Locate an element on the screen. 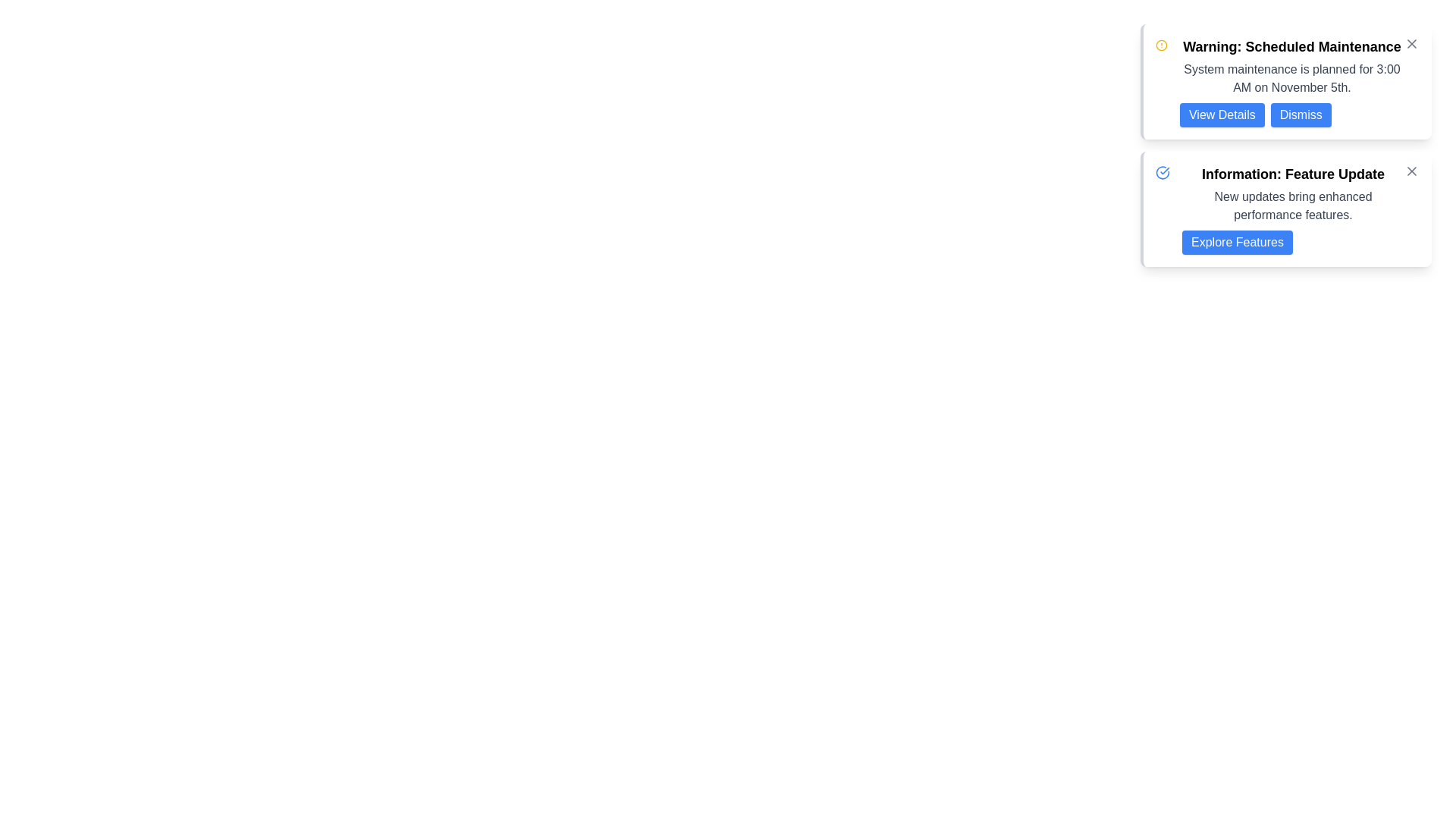 The height and width of the screenshot is (819, 1456). the blue button labeled 'Explore Features' is located at coordinates (1292, 242).